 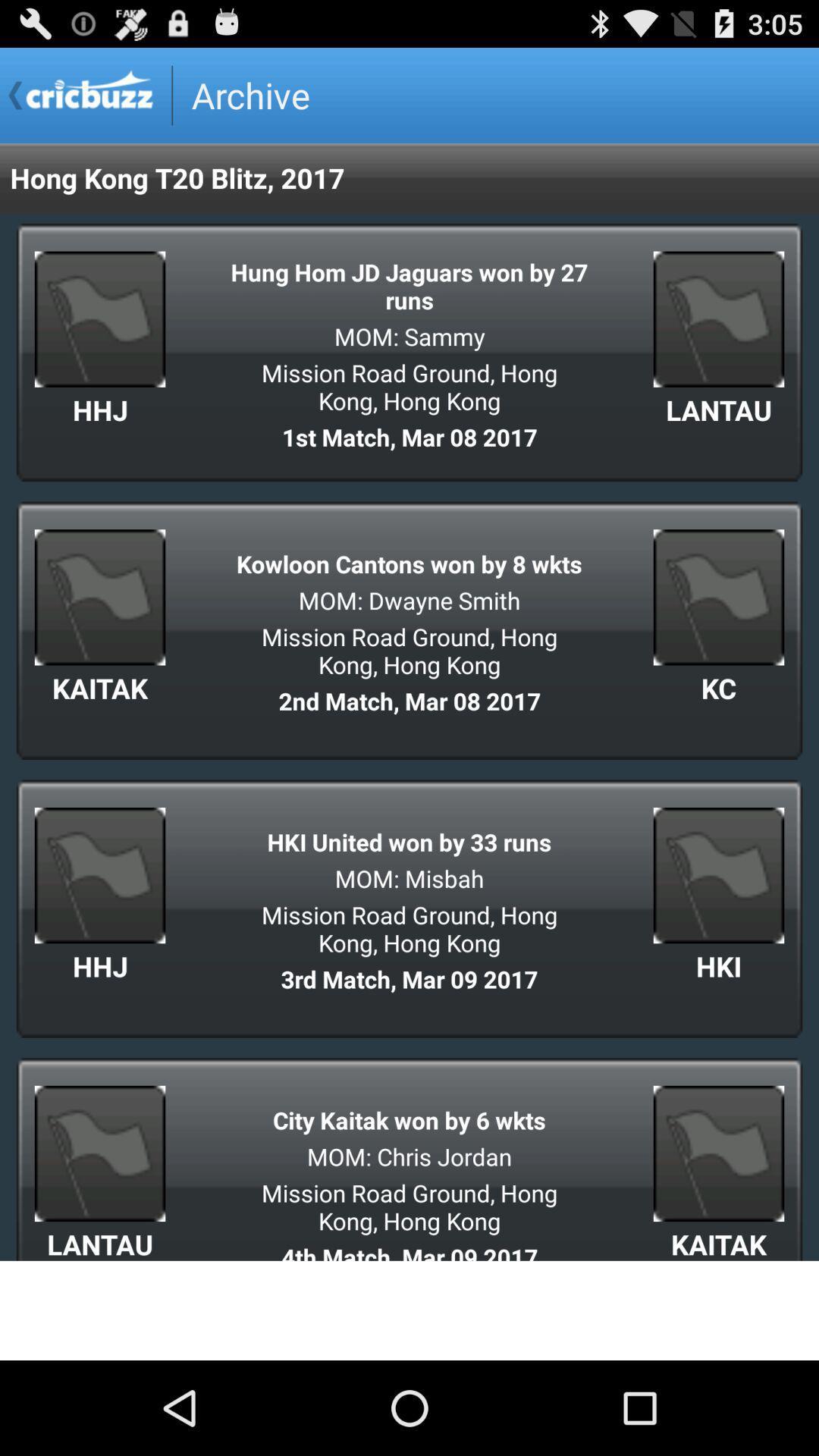 What do you see at coordinates (718, 687) in the screenshot?
I see `the app next to the mission road ground item` at bounding box center [718, 687].